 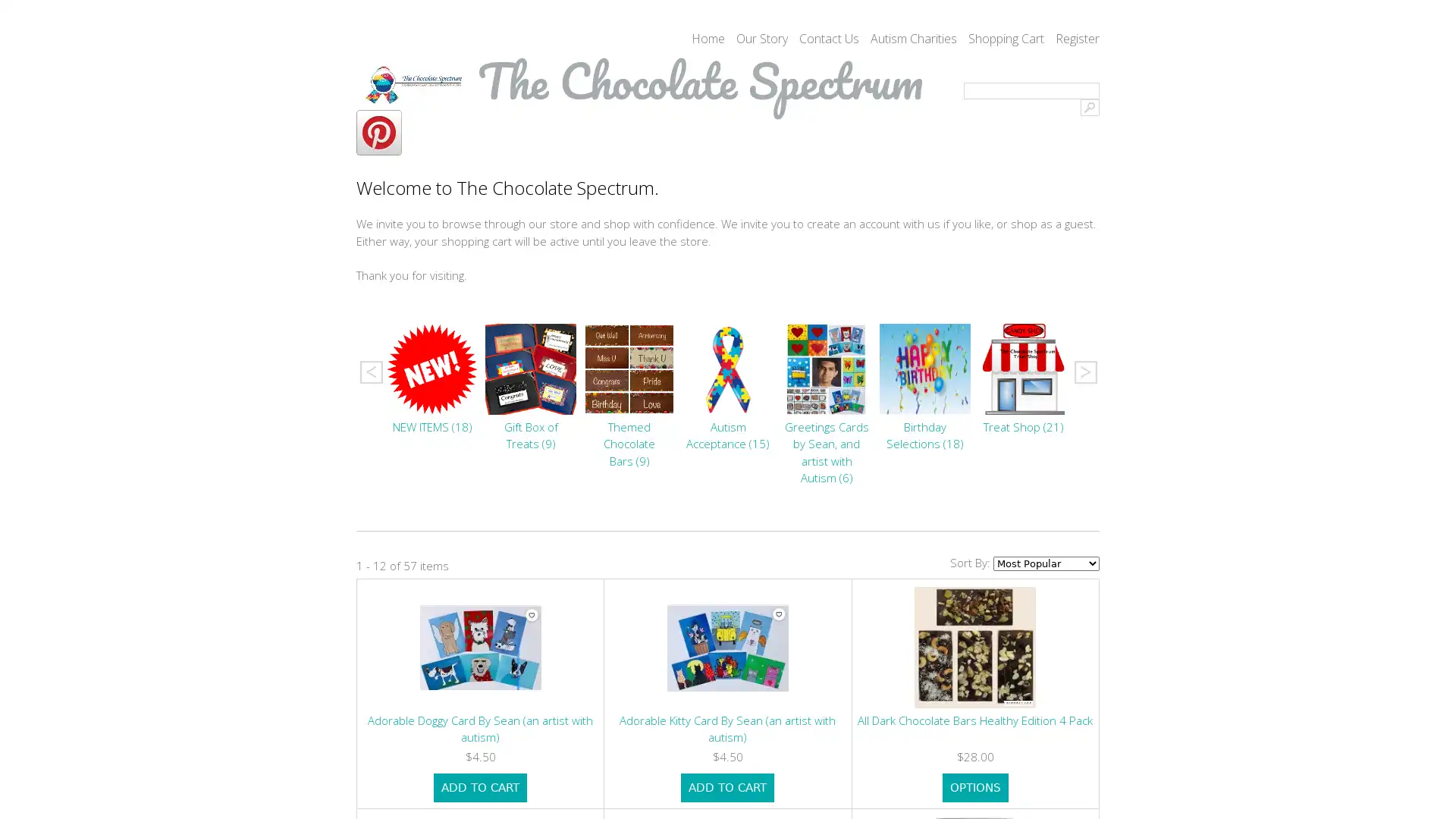 I want to click on Options, so click(x=974, y=786).